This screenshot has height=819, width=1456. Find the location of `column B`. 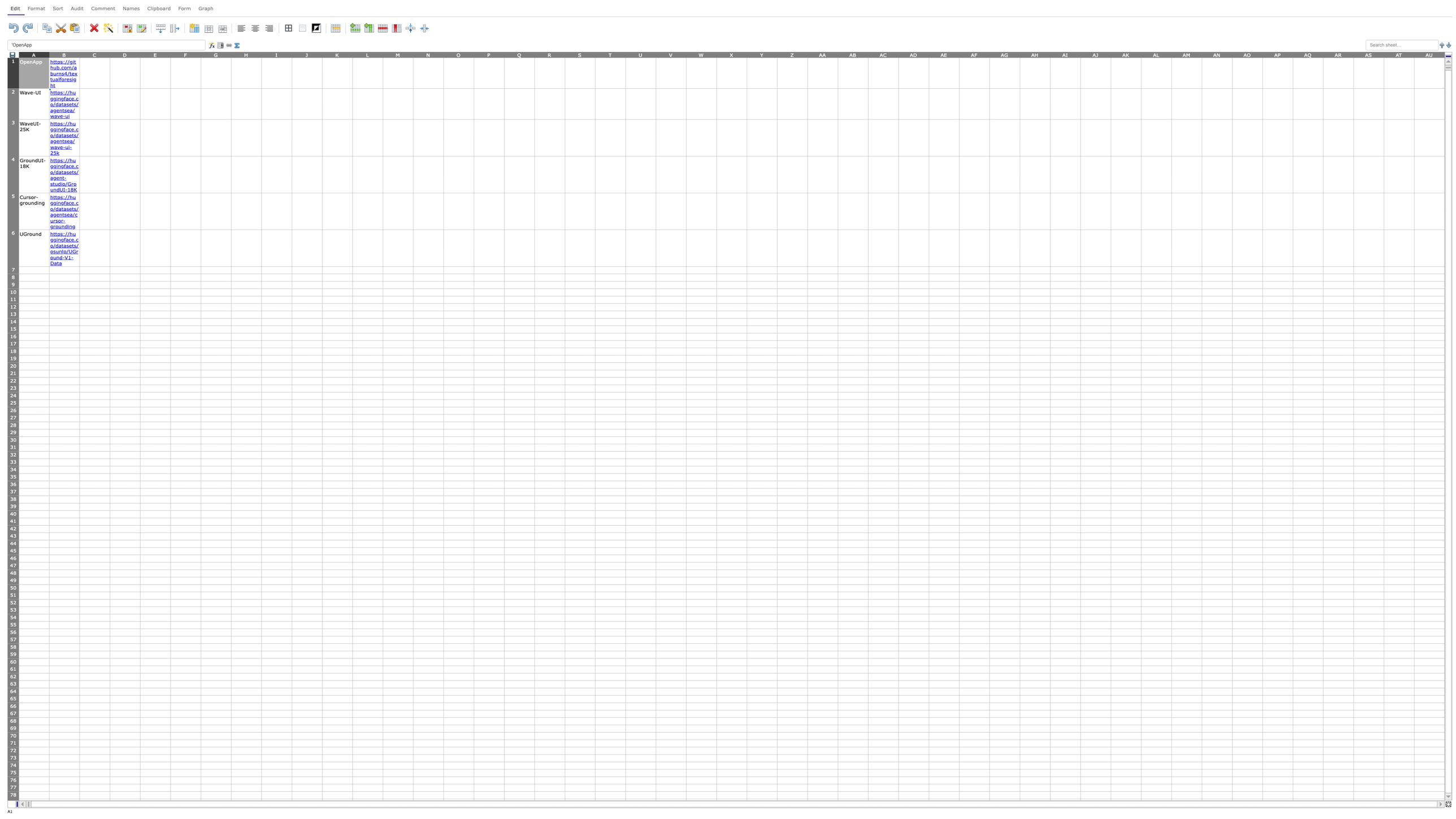

column B is located at coordinates (64, 54).